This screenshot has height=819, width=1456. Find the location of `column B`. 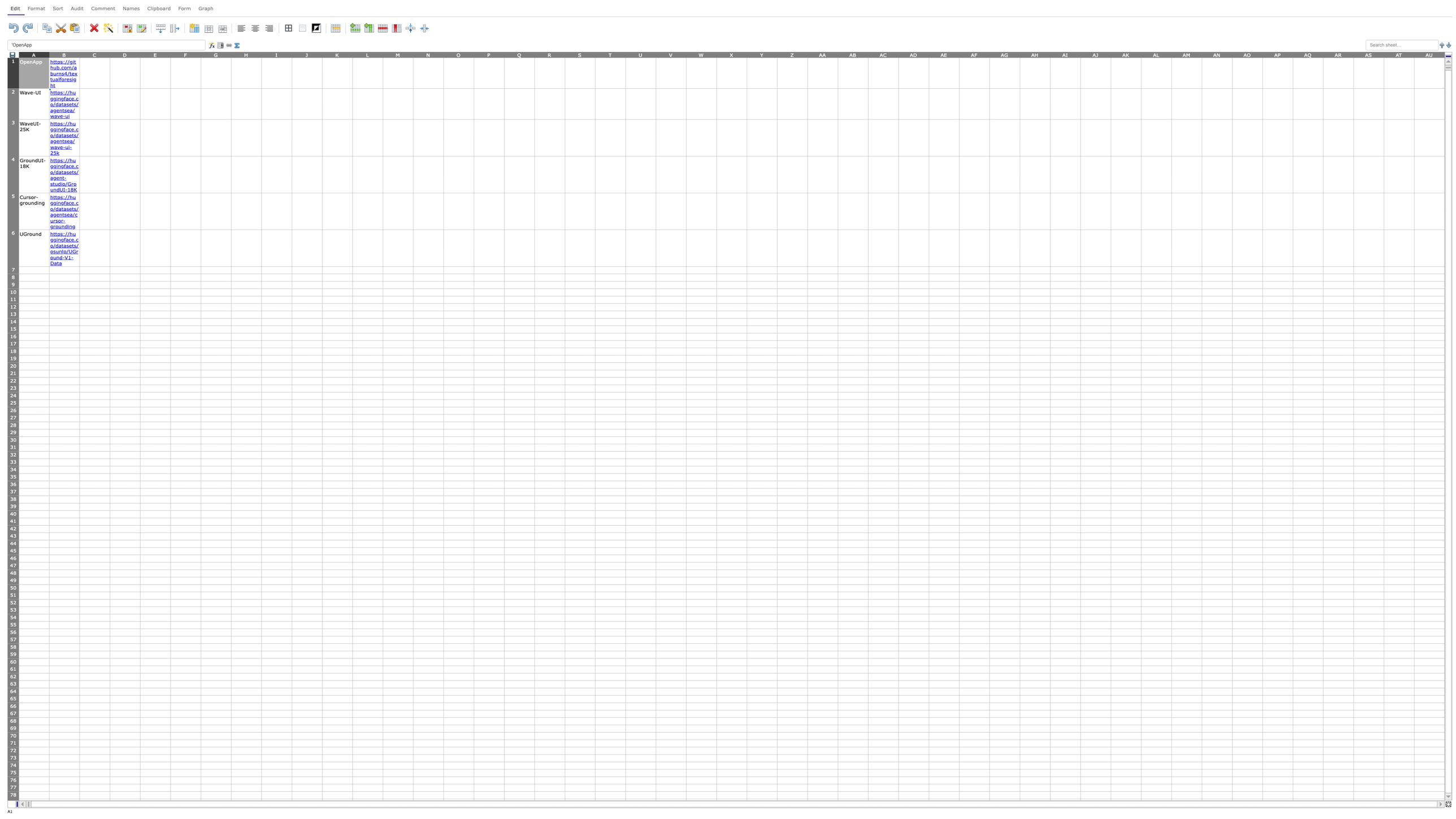

column B is located at coordinates (64, 54).